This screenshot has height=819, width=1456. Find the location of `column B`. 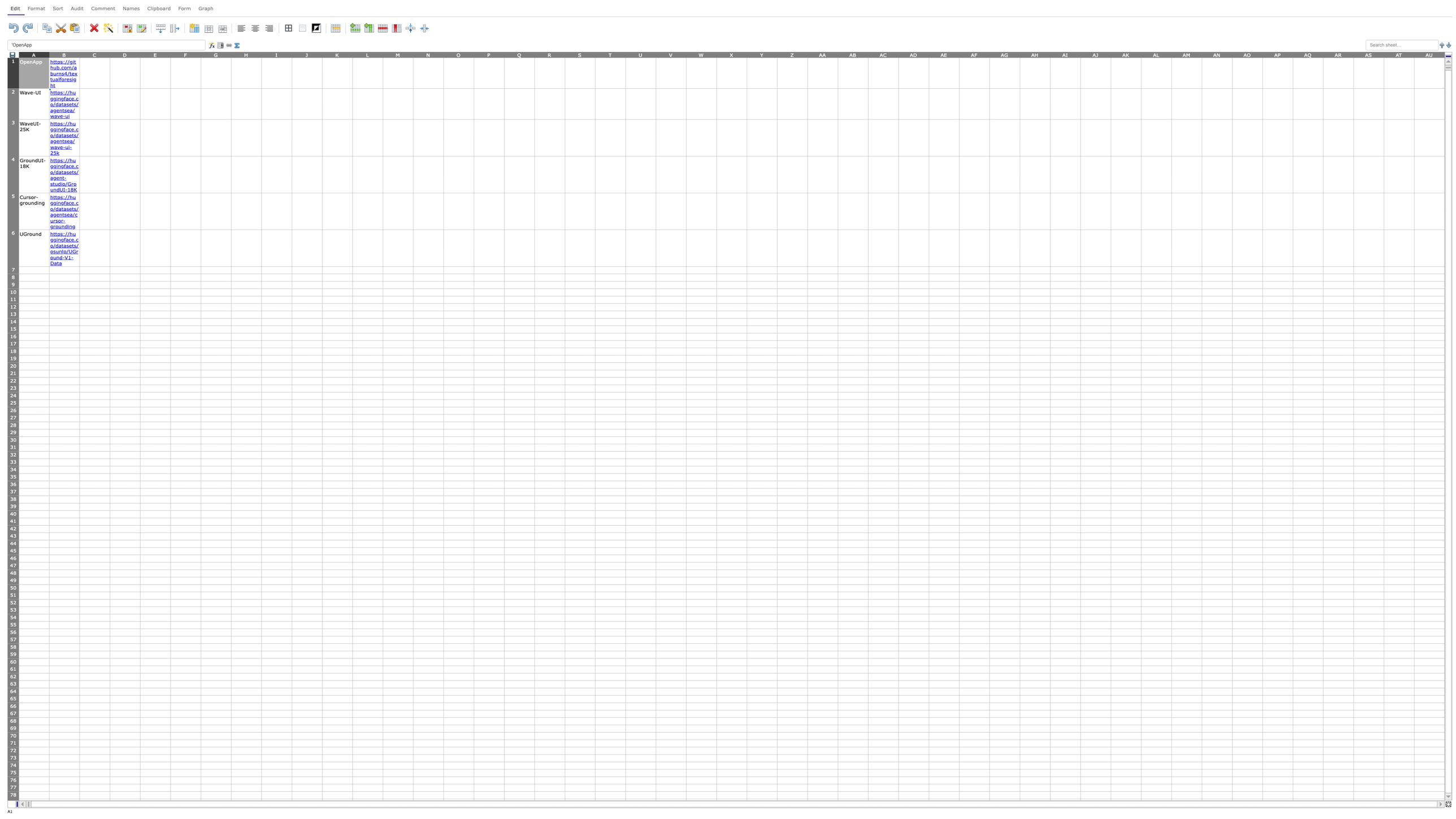

column B is located at coordinates (64, 54).